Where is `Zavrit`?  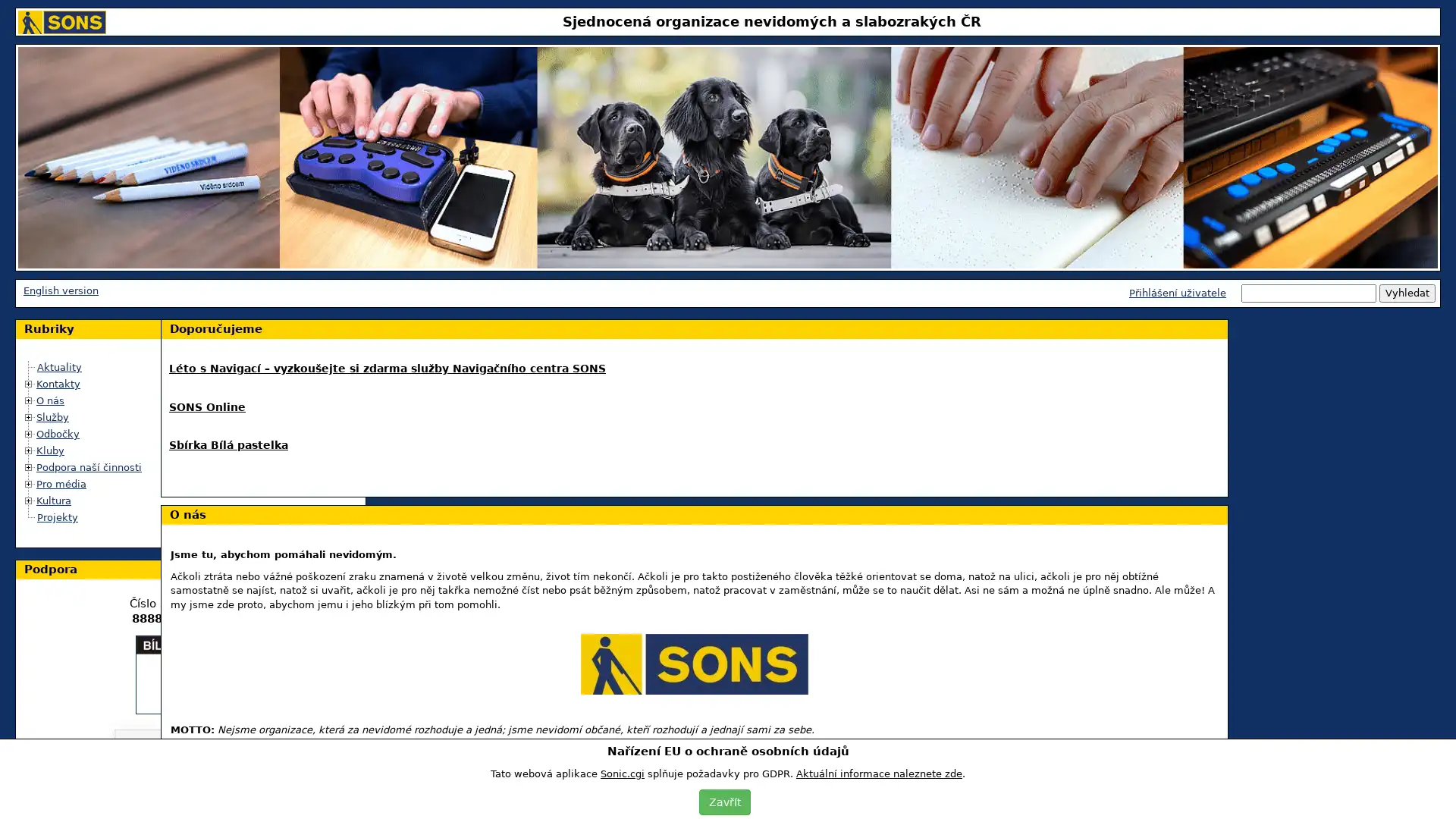 Zavrit is located at coordinates (723, 801).